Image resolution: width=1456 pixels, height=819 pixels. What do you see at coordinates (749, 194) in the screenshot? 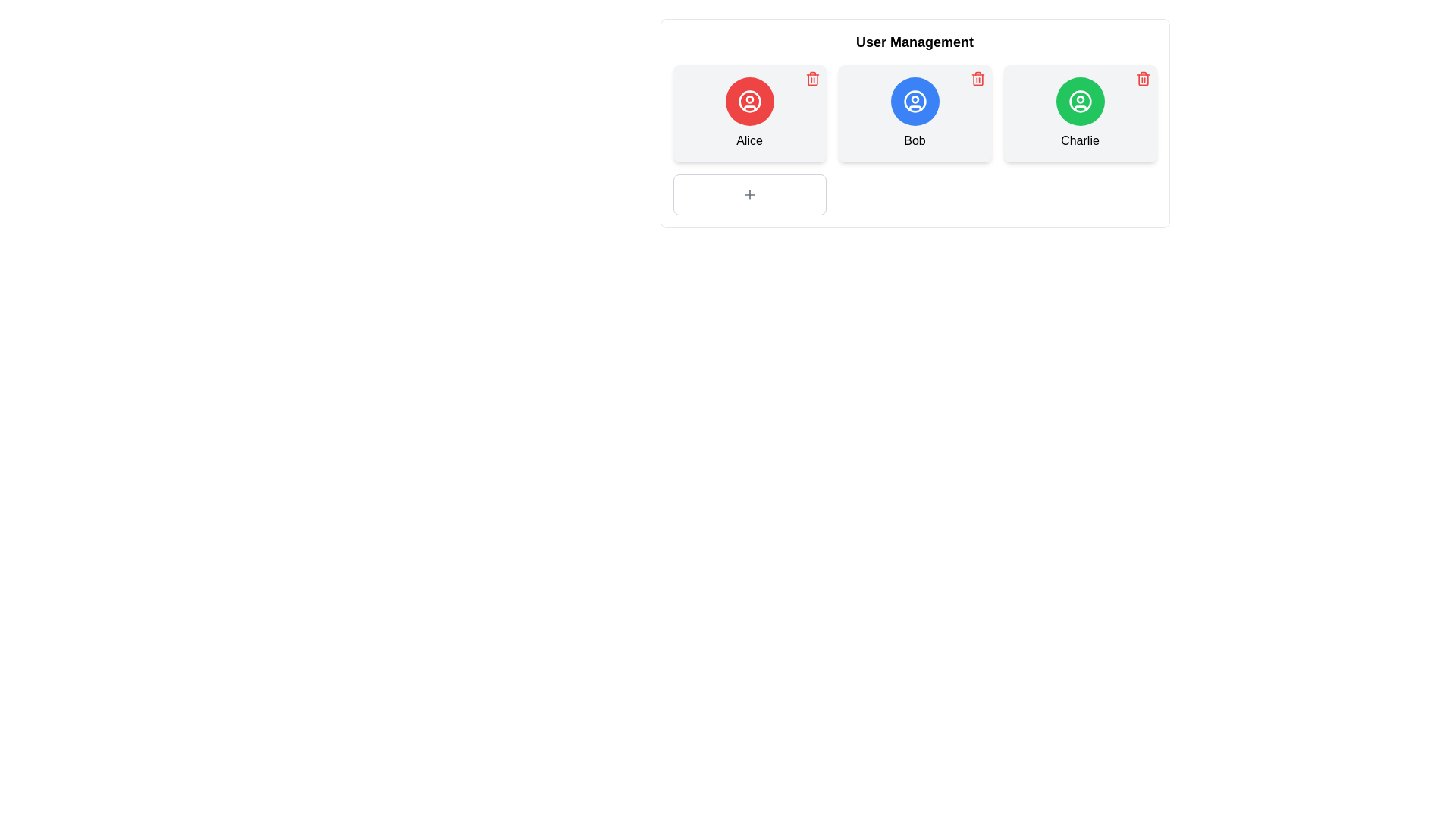
I see `the '+' button located in the bottom-left corner of the grid layout, directly beneath the user card displaying 'Alice', to initiate addition` at bounding box center [749, 194].